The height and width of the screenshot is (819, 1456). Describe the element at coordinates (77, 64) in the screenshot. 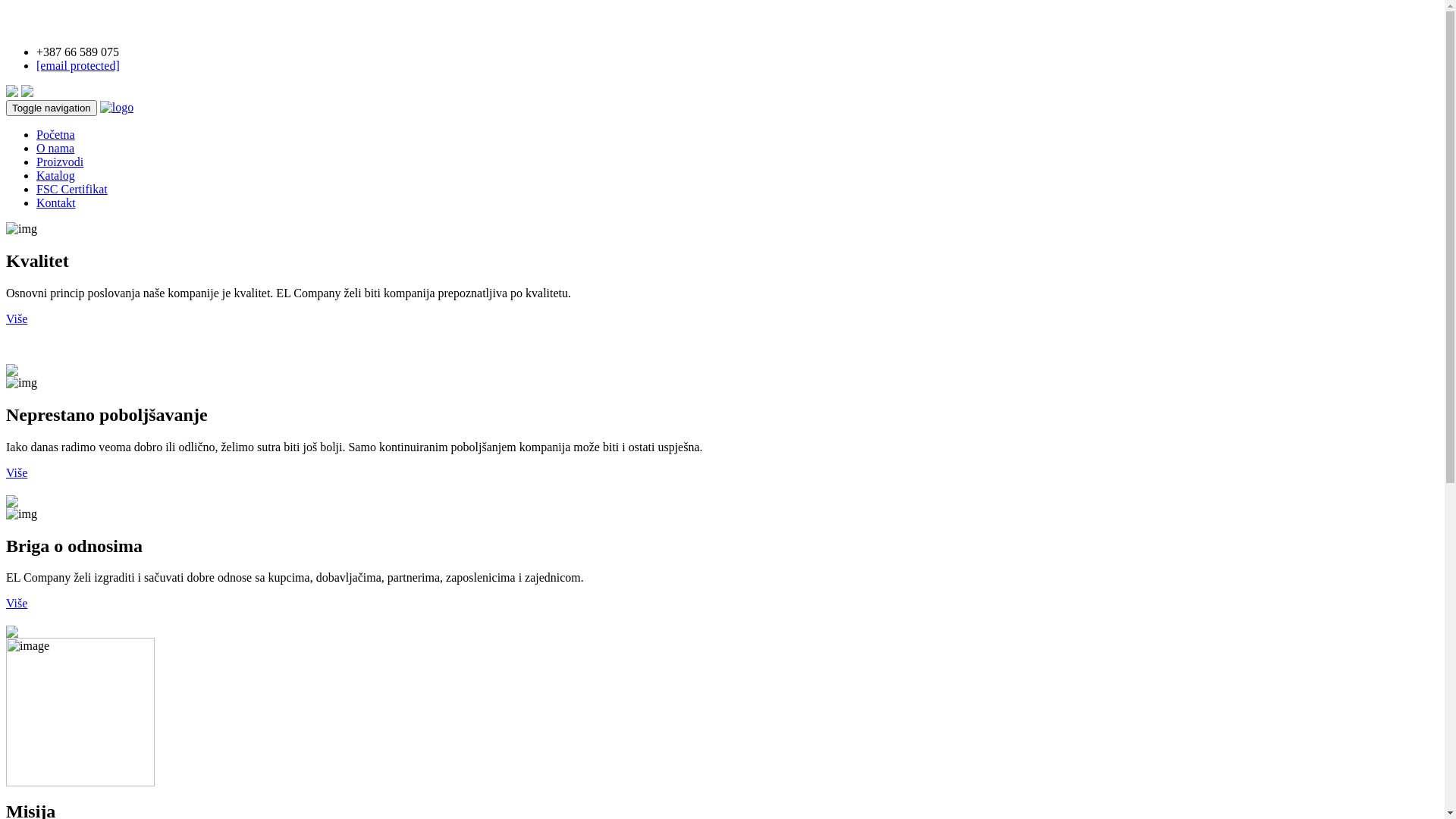

I see `'[email protected]'` at that location.